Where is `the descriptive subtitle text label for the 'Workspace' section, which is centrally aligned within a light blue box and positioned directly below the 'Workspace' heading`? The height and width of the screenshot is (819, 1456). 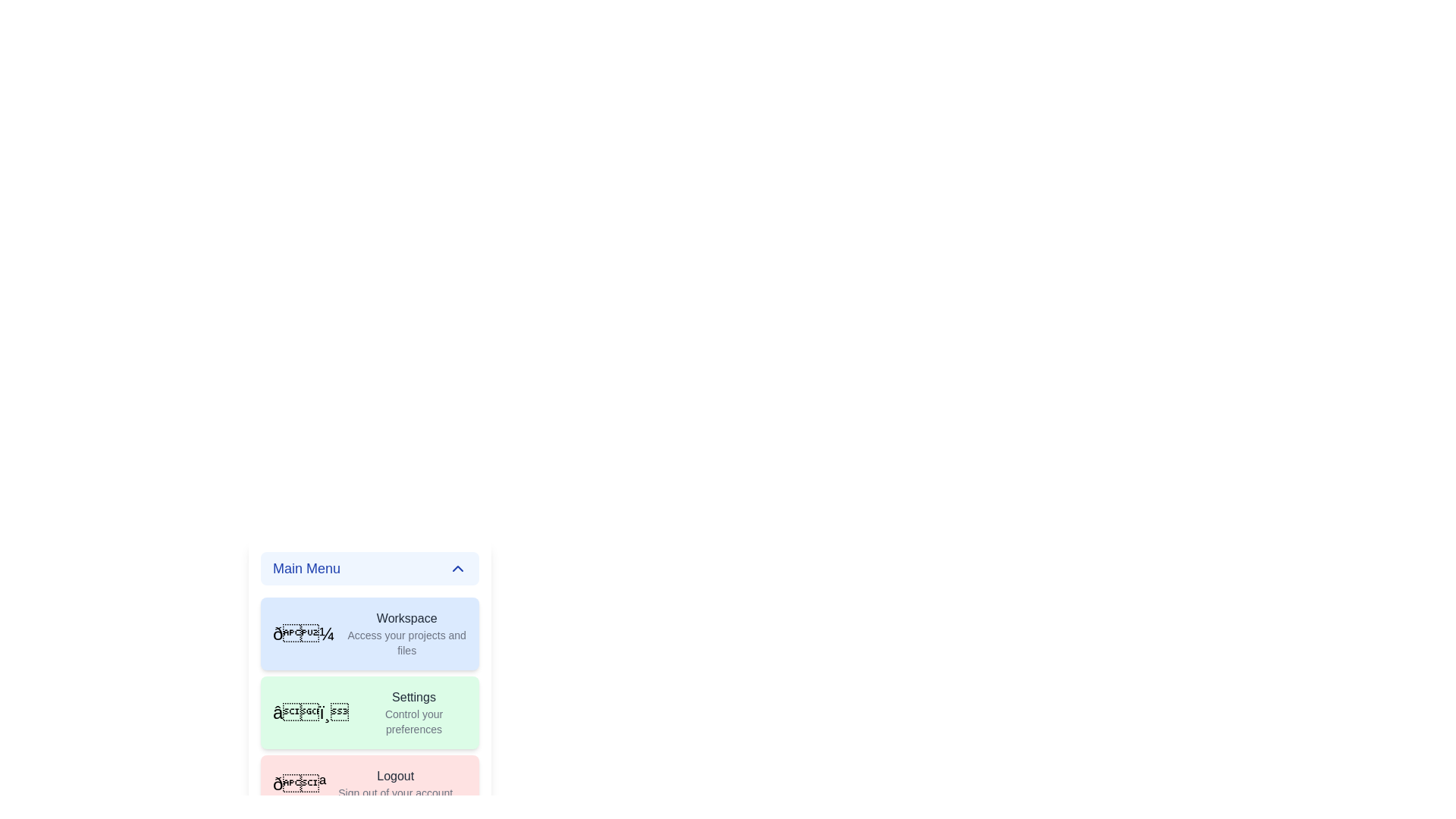 the descriptive subtitle text label for the 'Workspace' section, which is centrally aligned within a light blue box and positioned directly below the 'Workspace' heading is located at coordinates (406, 643).